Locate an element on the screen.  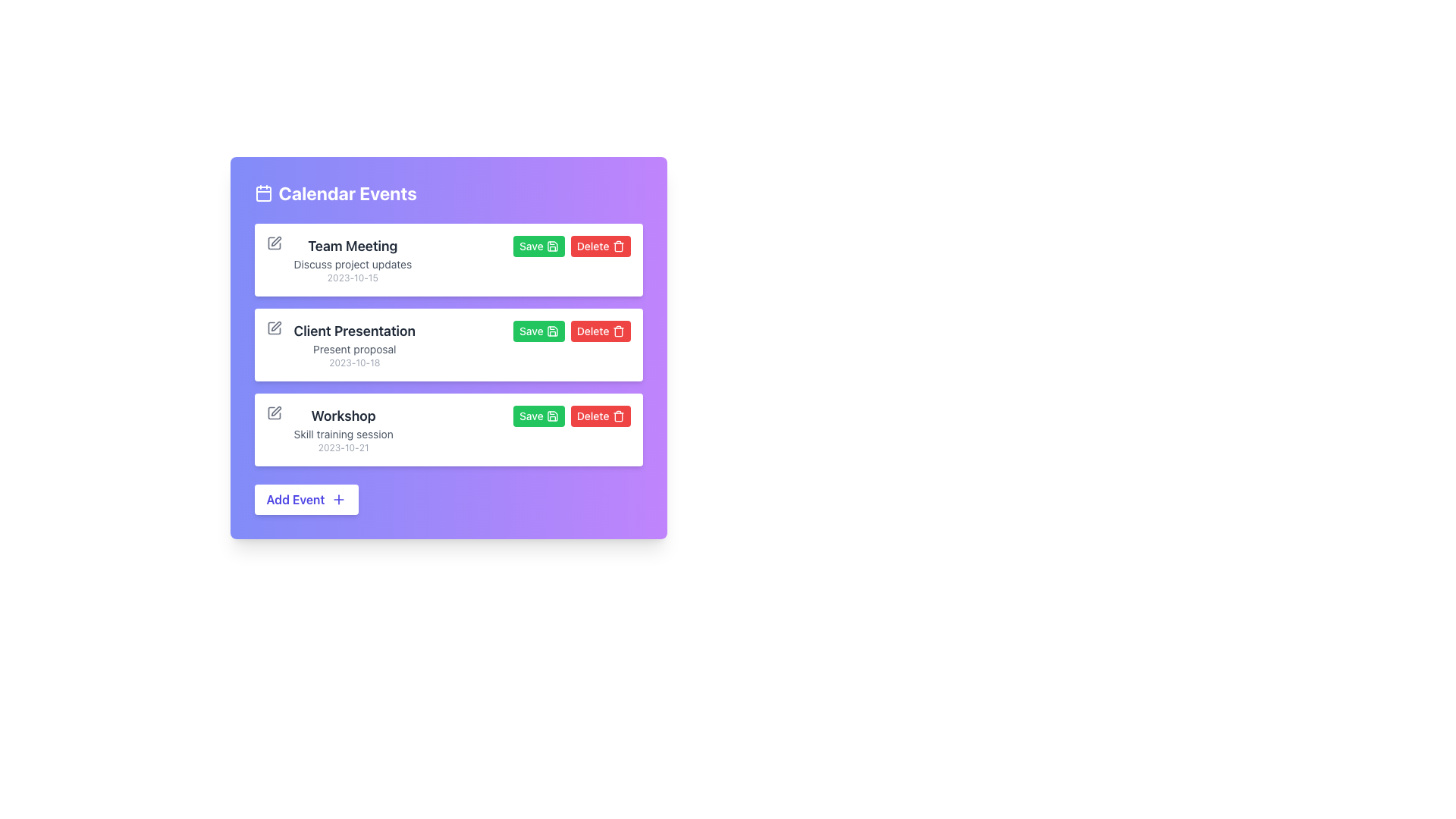
the 'Delete' button for the last event titled 'Workshop' is located at coordinates (600, 416).